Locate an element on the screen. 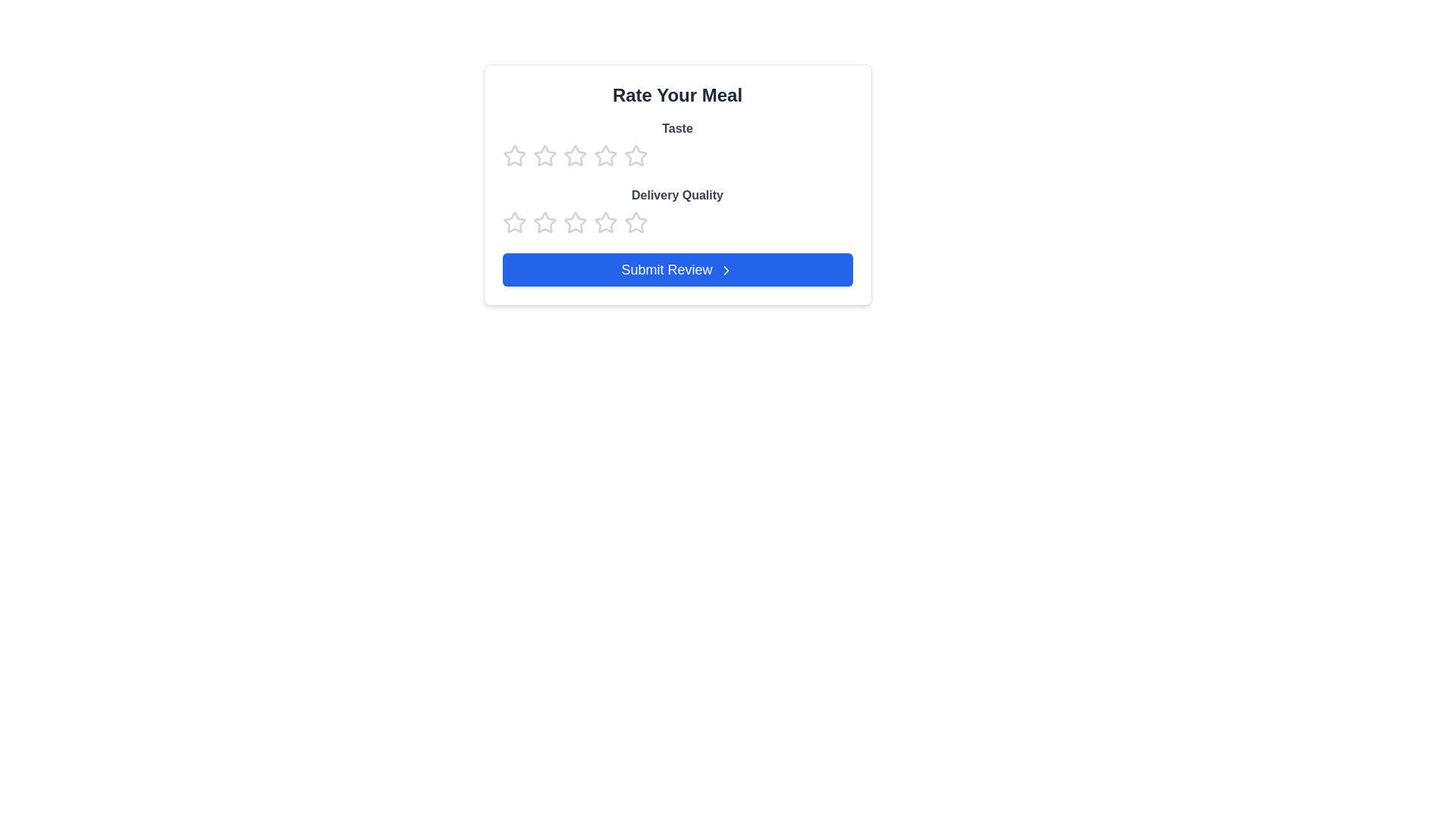 This screenshot has height=819, width=1456. the fourth star-shaped interactive icon under the 'Delivery Quality' label in the second row of the star rating system is located at coordinates (604, 222).